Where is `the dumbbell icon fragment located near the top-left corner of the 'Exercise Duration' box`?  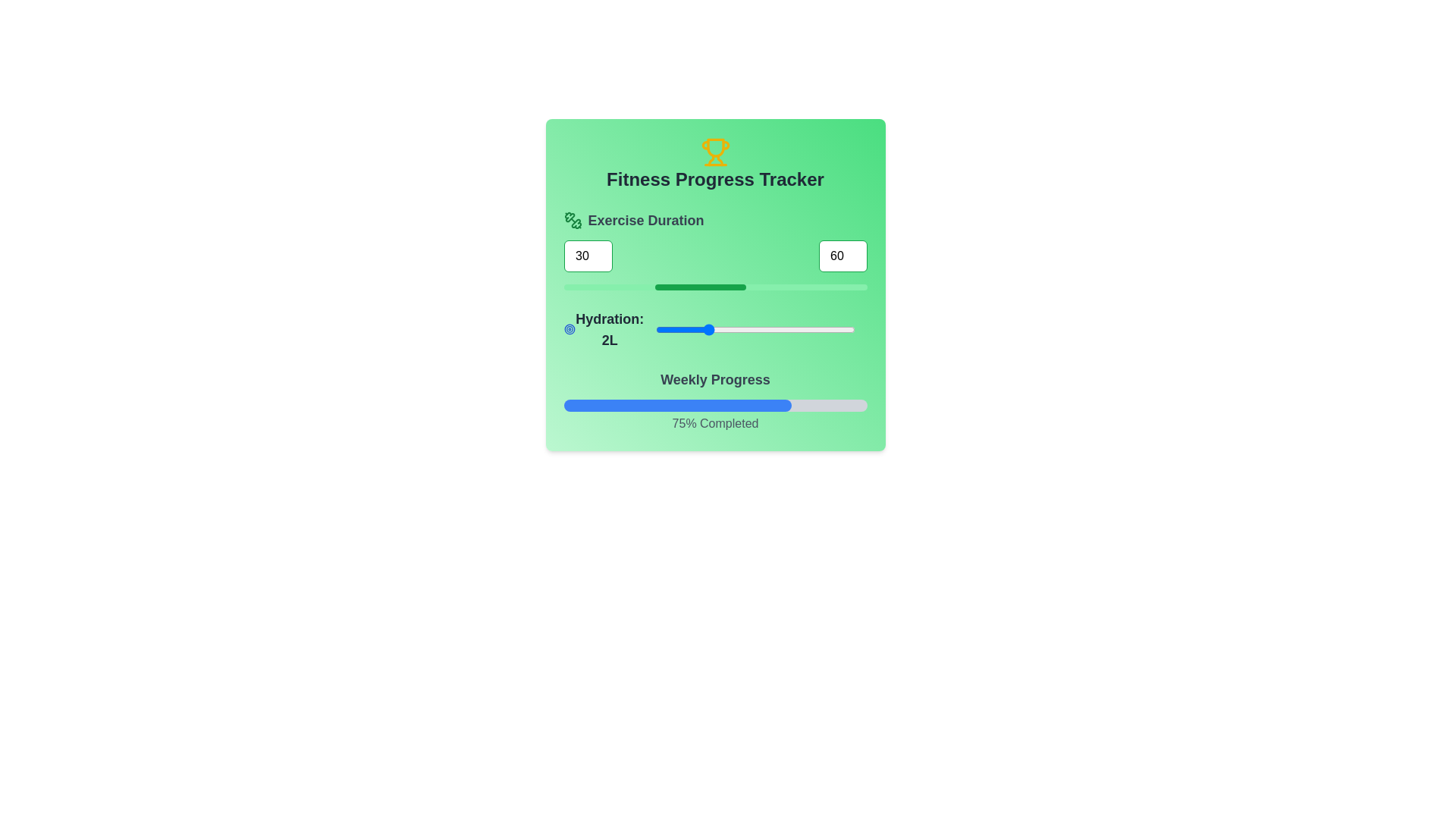
the dumbbell icon fragment located near the top-left corner of the 'Exercise Duration' box is located at coordinates (575, 224).